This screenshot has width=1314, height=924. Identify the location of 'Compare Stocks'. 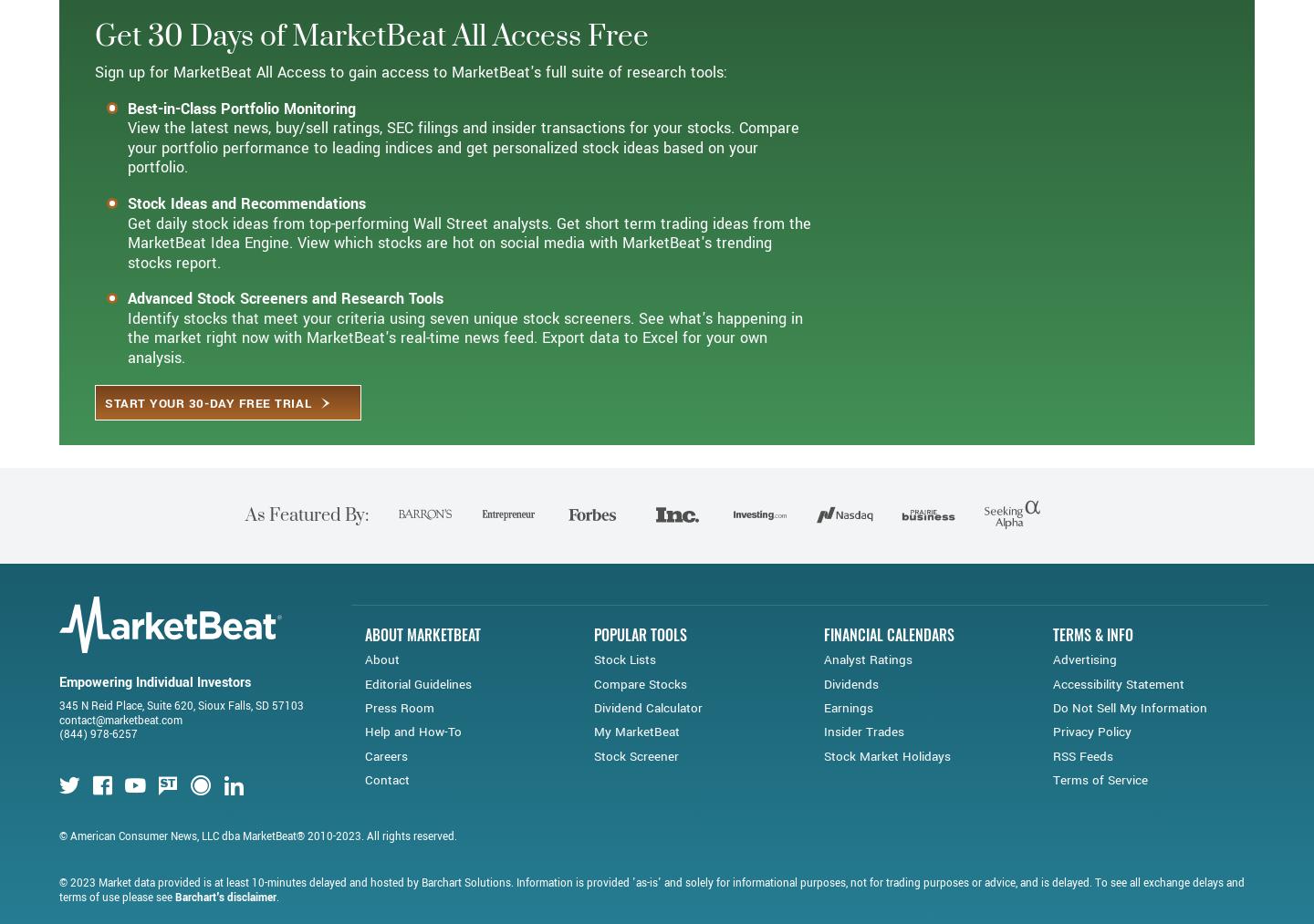
(641, 748).